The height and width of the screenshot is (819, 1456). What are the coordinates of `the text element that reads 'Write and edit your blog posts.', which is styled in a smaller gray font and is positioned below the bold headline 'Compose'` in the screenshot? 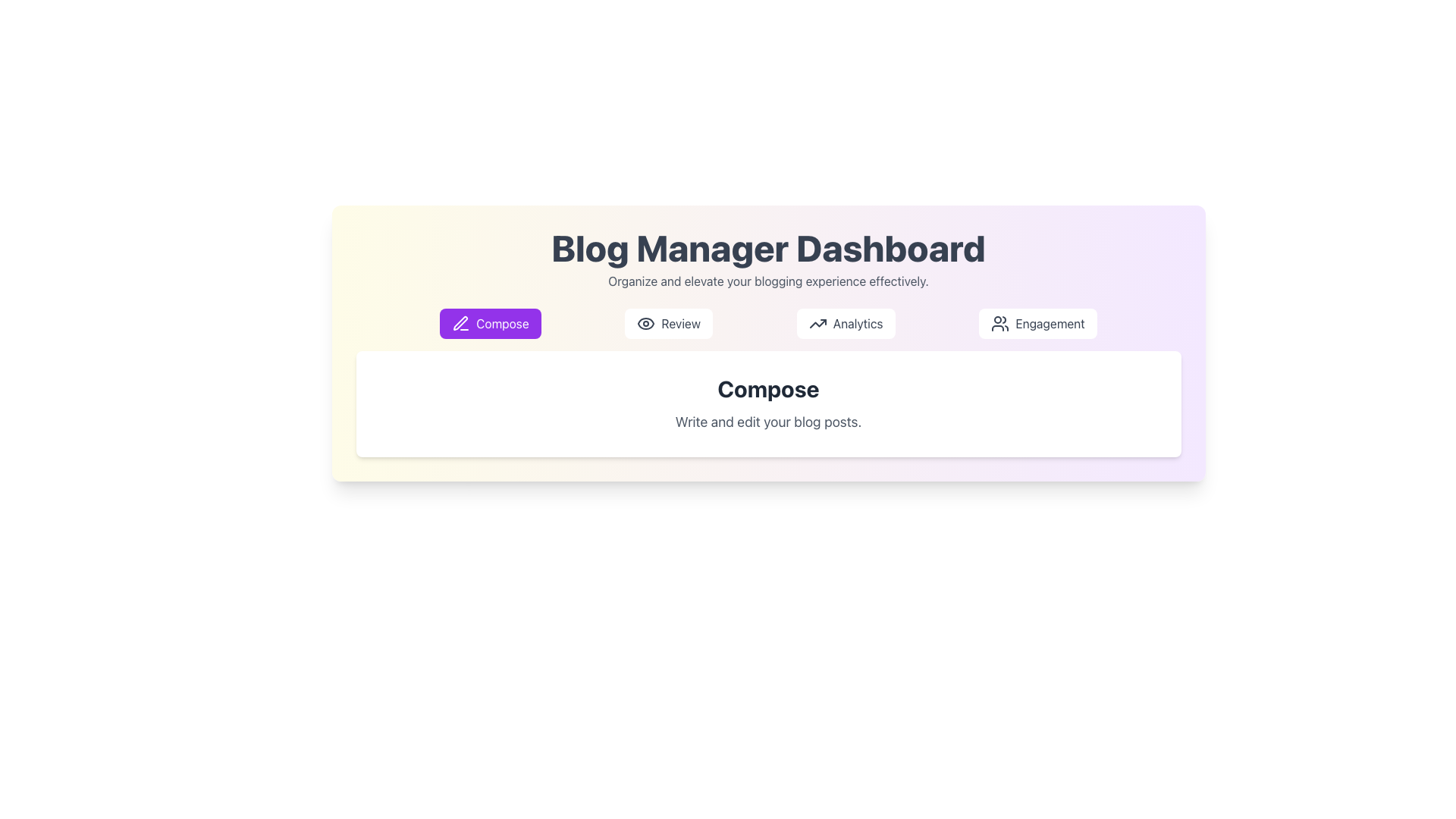 It's located at (768, 422).